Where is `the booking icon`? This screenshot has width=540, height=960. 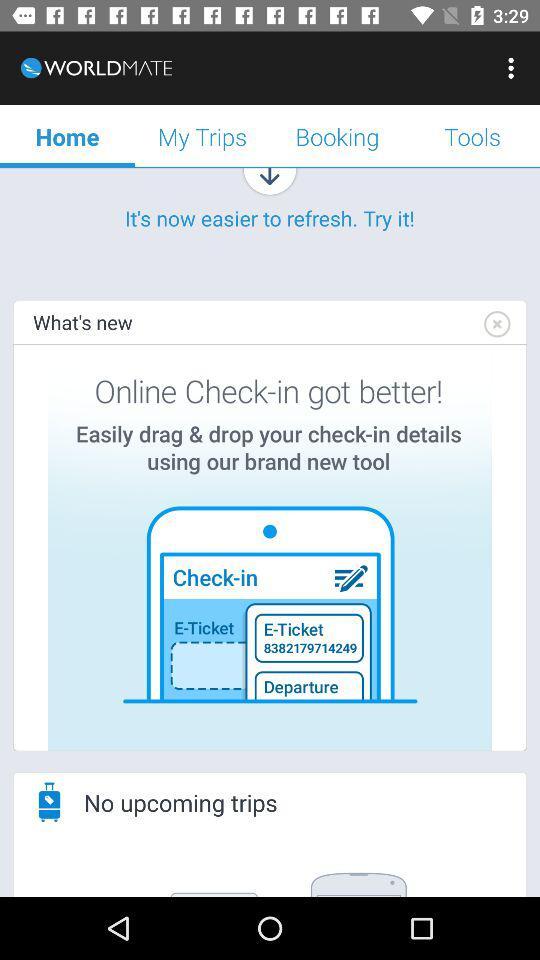 the booking icon is located at coordinates (337, 135).